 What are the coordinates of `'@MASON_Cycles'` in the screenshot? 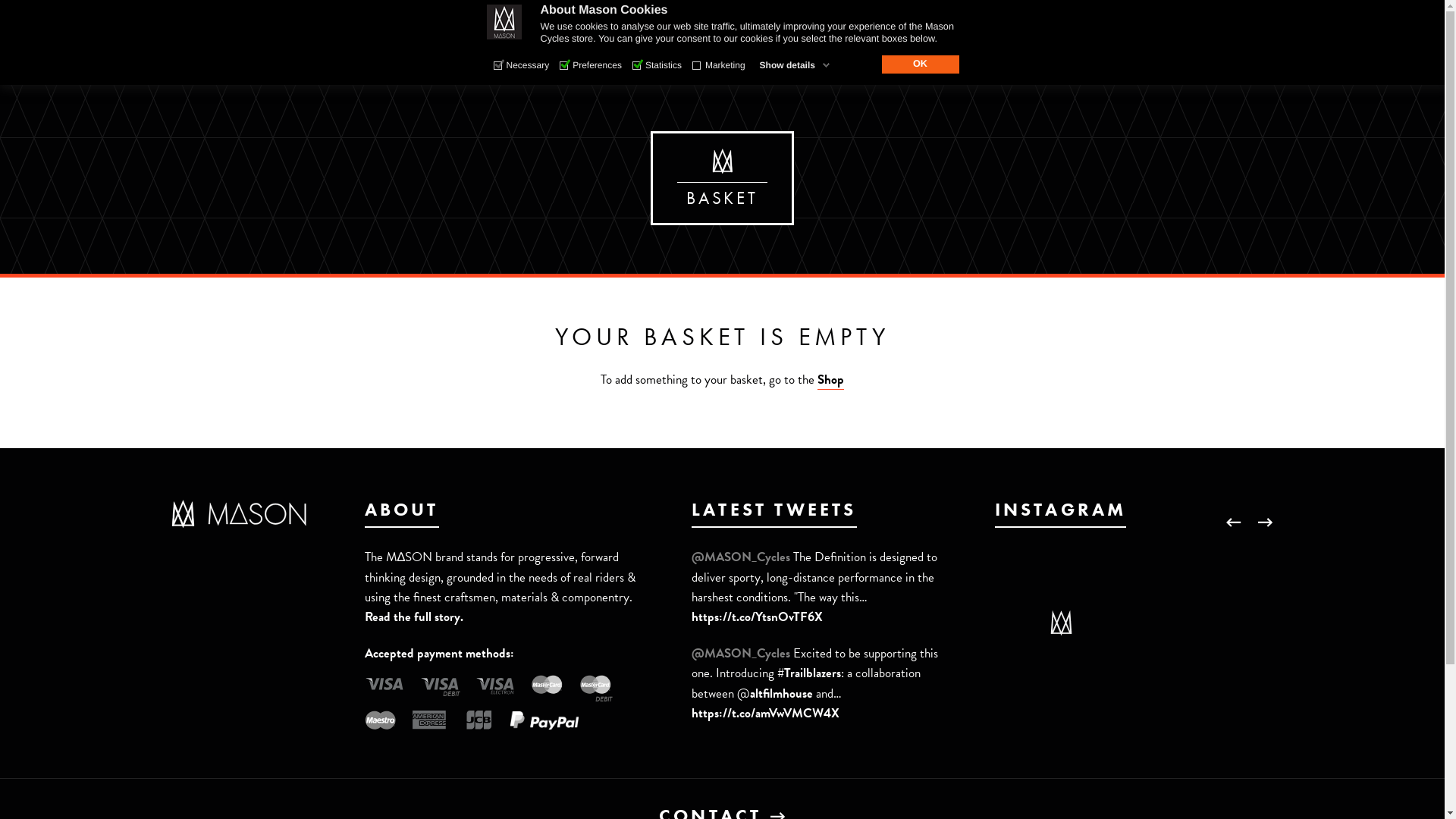 It's located at (691, 557).